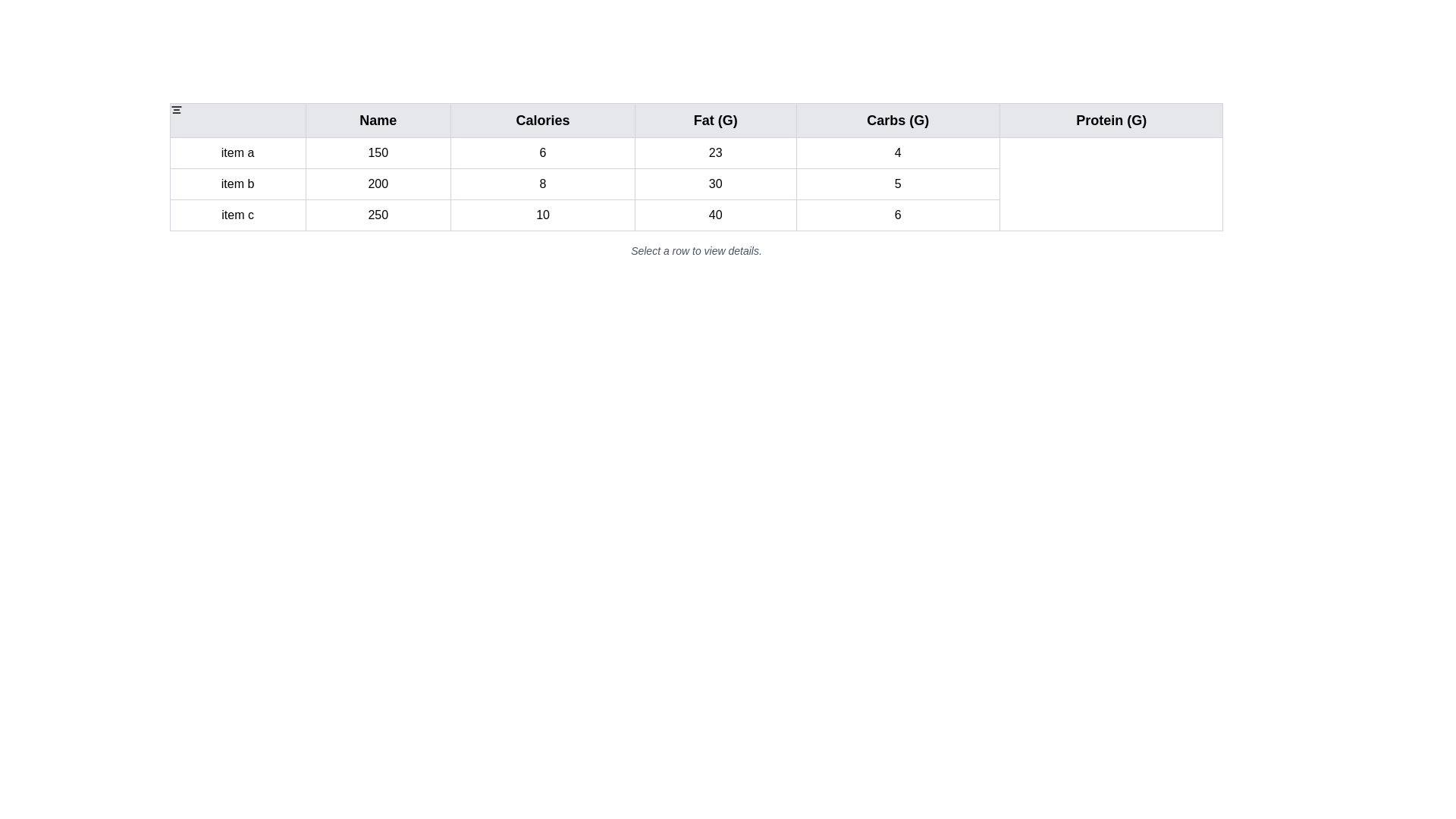 This screenshot has height=819, width=1456. What do you see at coordinates (176, 109) in the screenshot?
I see `the icon in the table header to observe its design and functionality` at bounding box center [176, 109].